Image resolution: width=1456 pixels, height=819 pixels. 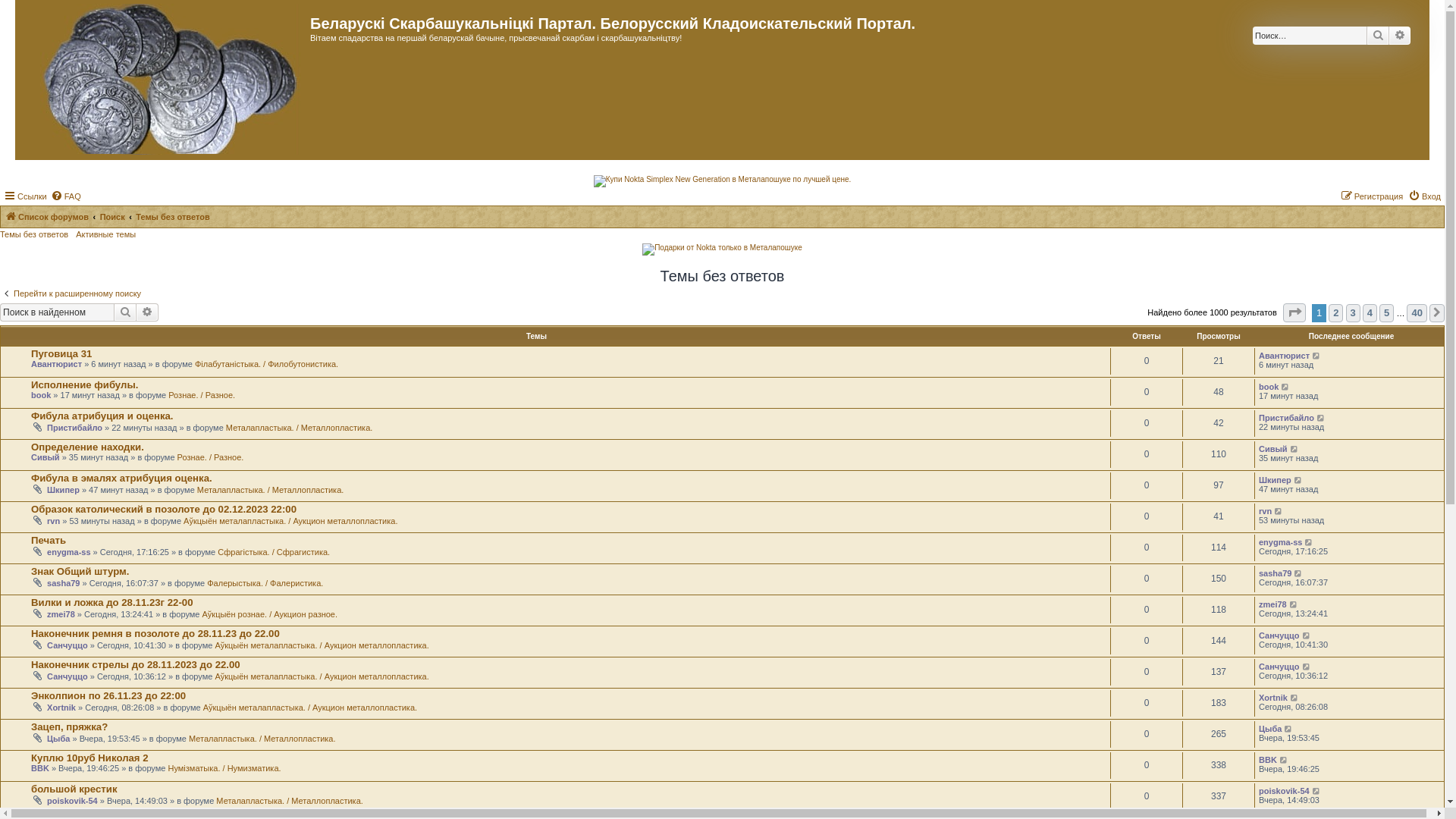 I want to click on 'sasha79', so click(x=1259, y=573).